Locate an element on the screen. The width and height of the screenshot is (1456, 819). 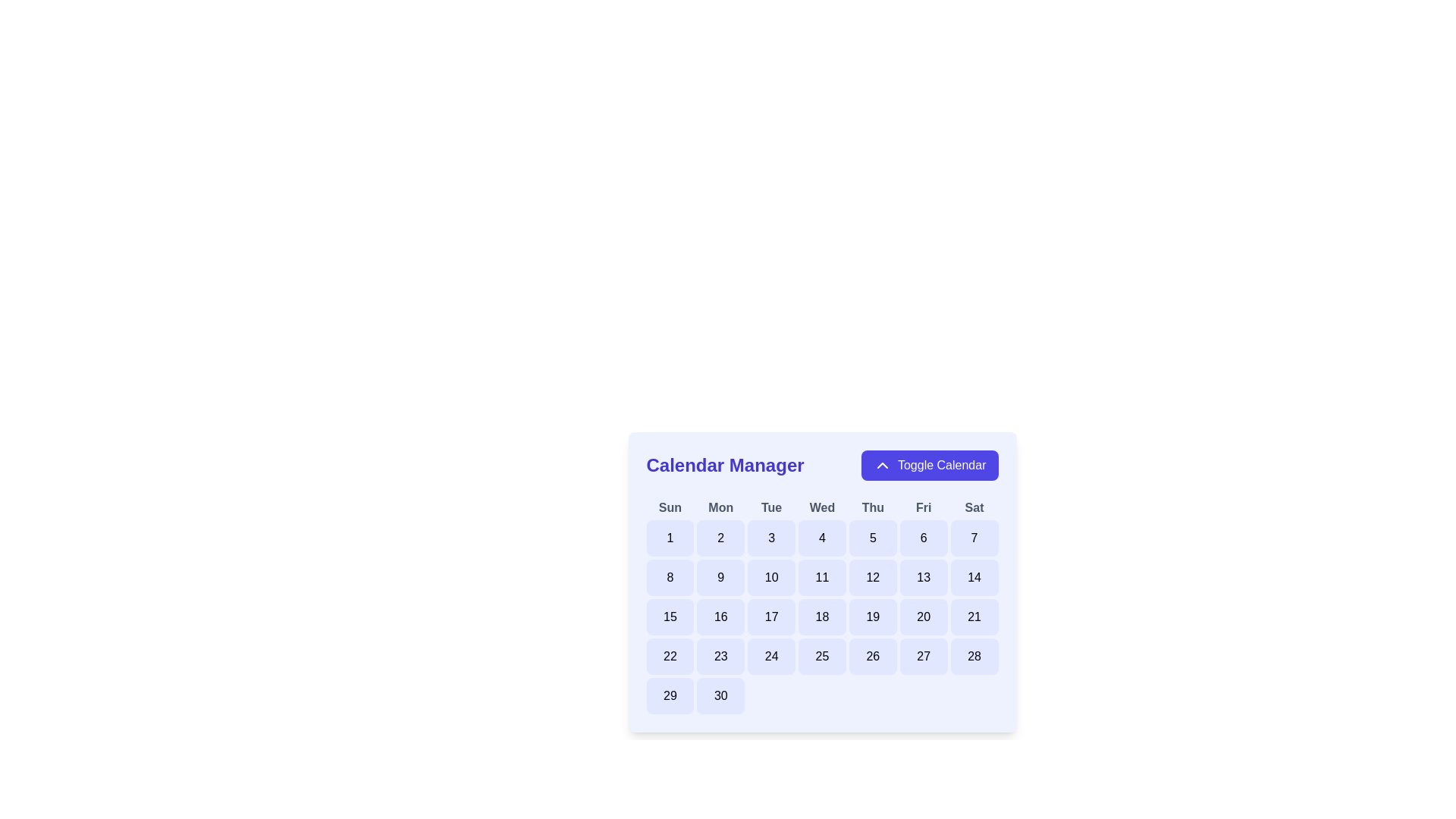
the calendar day block with the number '18', which is styled with a light indigo background and located in the sixth column and third row of the calendar grid is located at coordinates (821, 617).